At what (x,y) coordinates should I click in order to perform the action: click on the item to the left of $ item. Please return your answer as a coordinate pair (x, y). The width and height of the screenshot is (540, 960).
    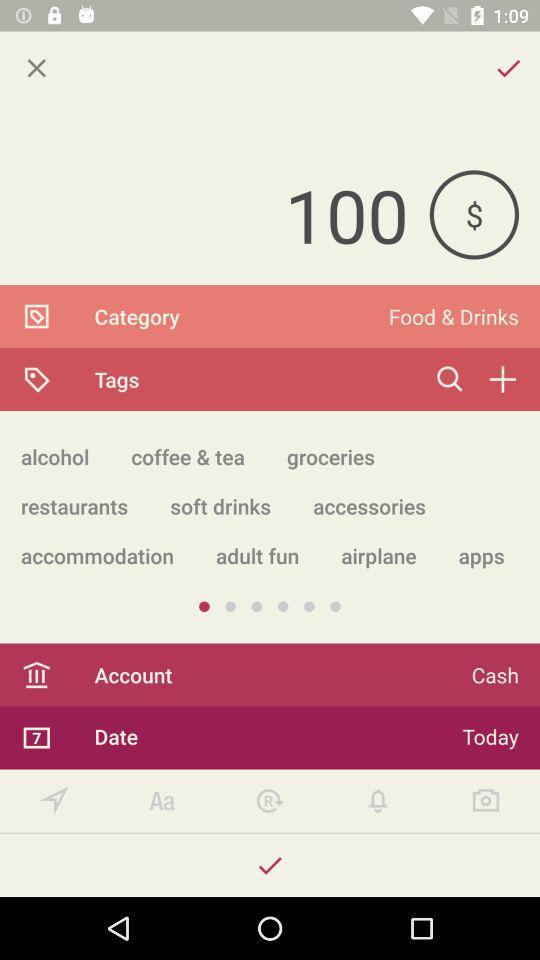
    Looking at the image, I should click on (213, 214).